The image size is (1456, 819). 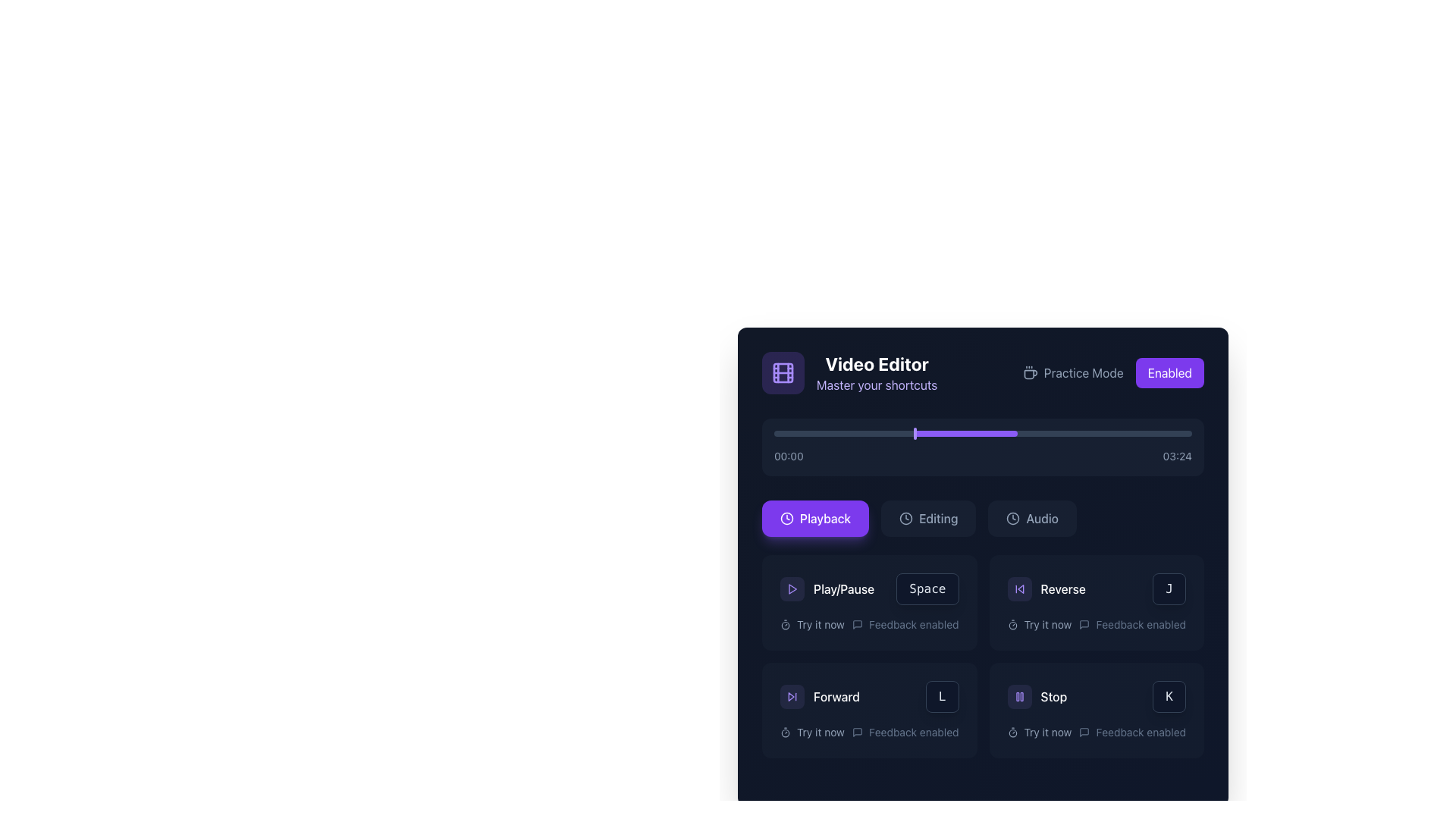 What do you see at coordinates (1046, 588) in the screenshot?
I see `the 'Reverse' button, which is a rectangular button with a dark background, located in the lower-right area of the interface in the 'Playback' section of the controls panel` at bounding box center [1046, 588].